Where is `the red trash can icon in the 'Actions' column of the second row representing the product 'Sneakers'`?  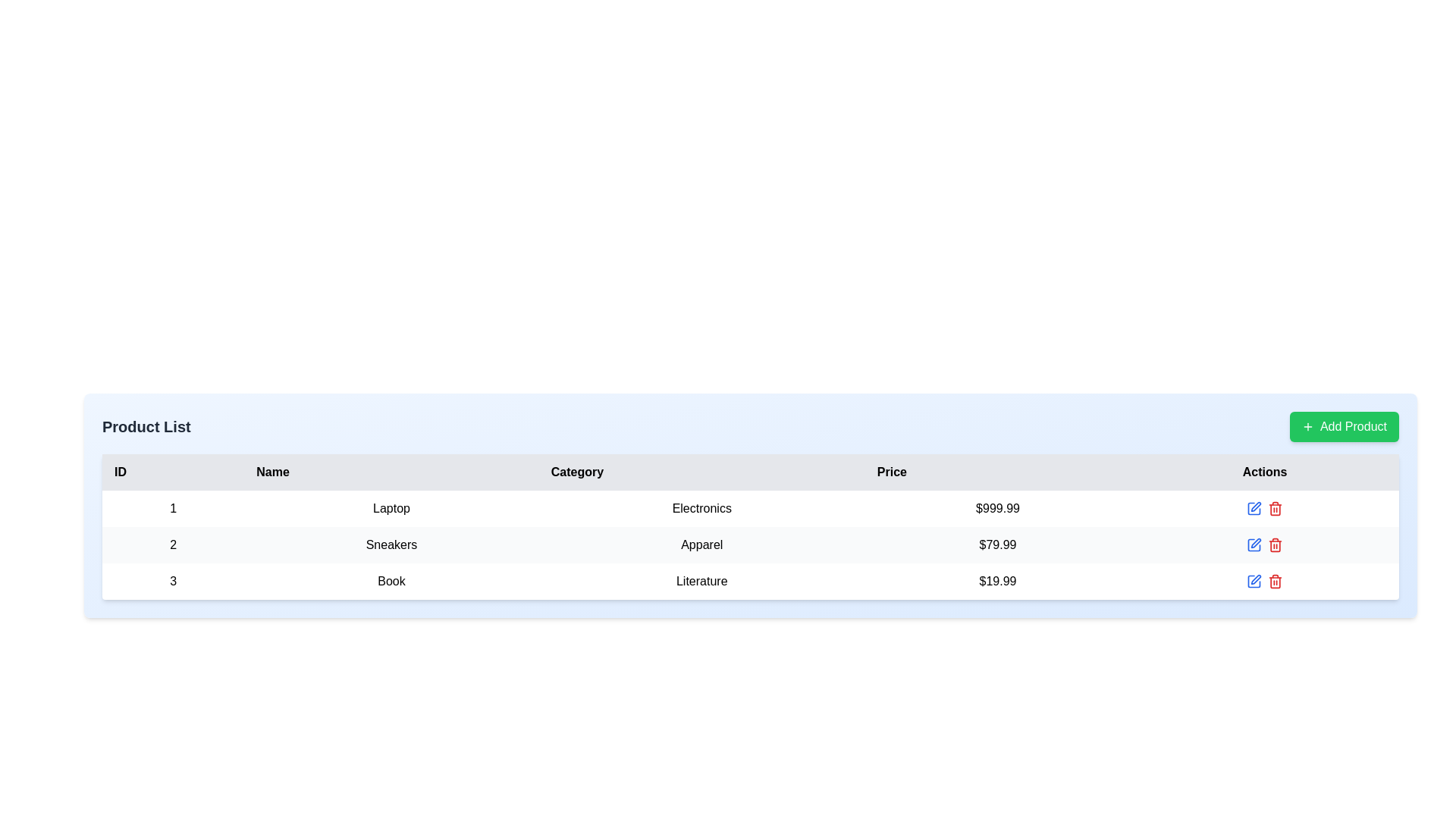 the red trash can icon in the 'Actions' column of the second row representing the product 'Sneakers' is located at coordinates (1265, 544).